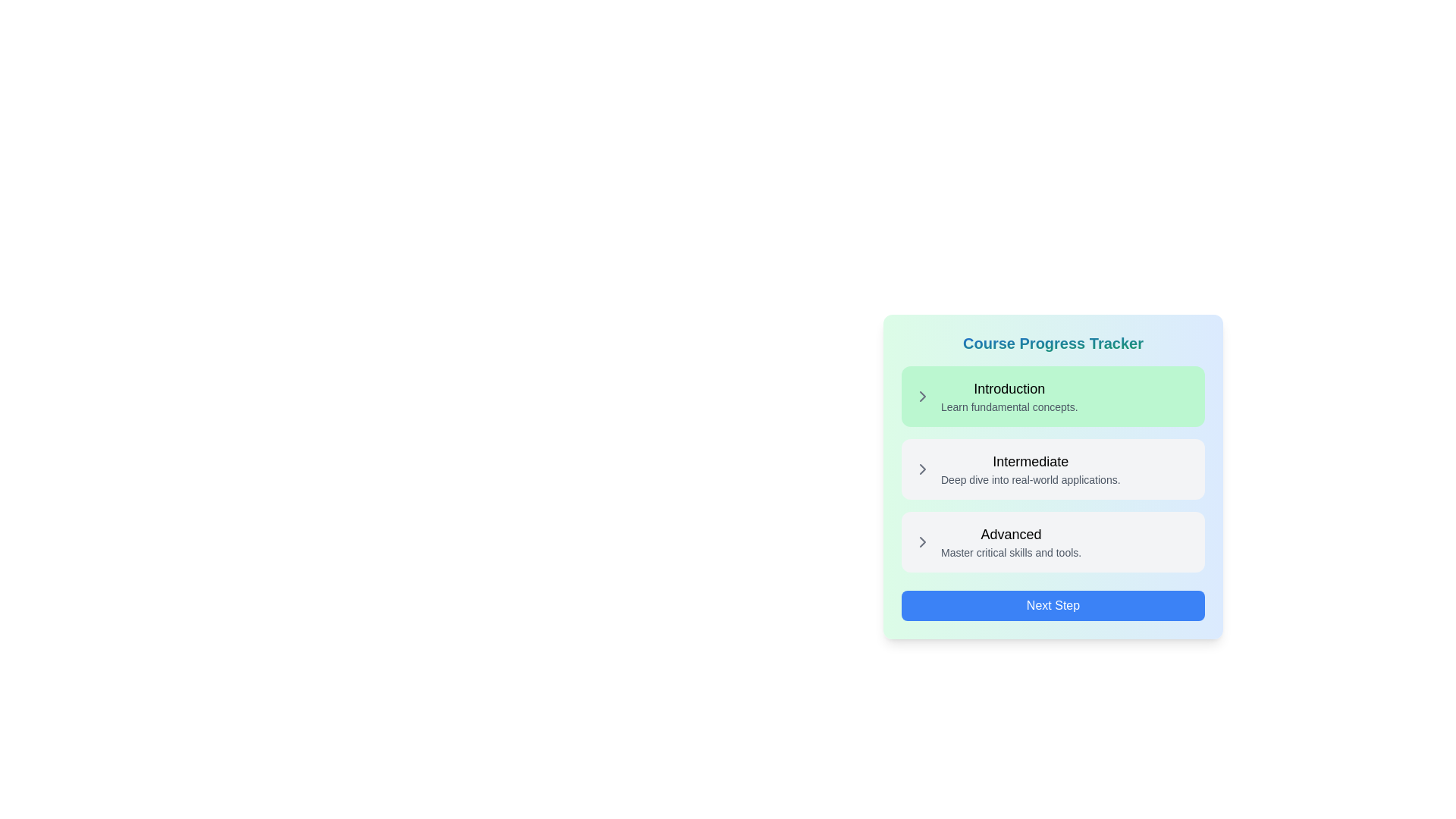 The height and width of the screenshot is (819, 1456). I want to click on the interactive card representing a selectable step in the course progress tracker for navigation or interaction, so click(1052, 468).